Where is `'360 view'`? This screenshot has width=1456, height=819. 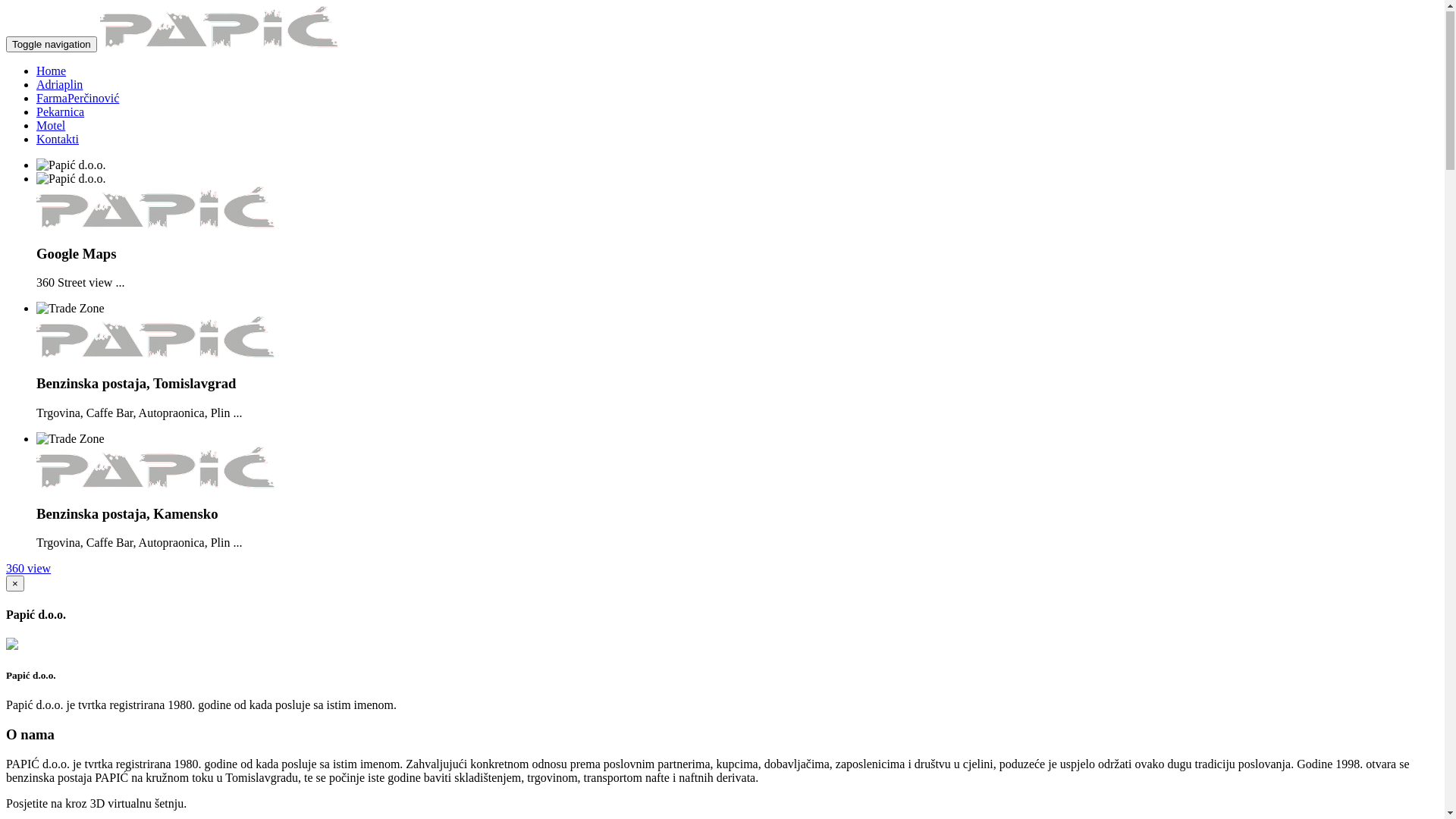
'360 view' is located at coordinates (28, 569).